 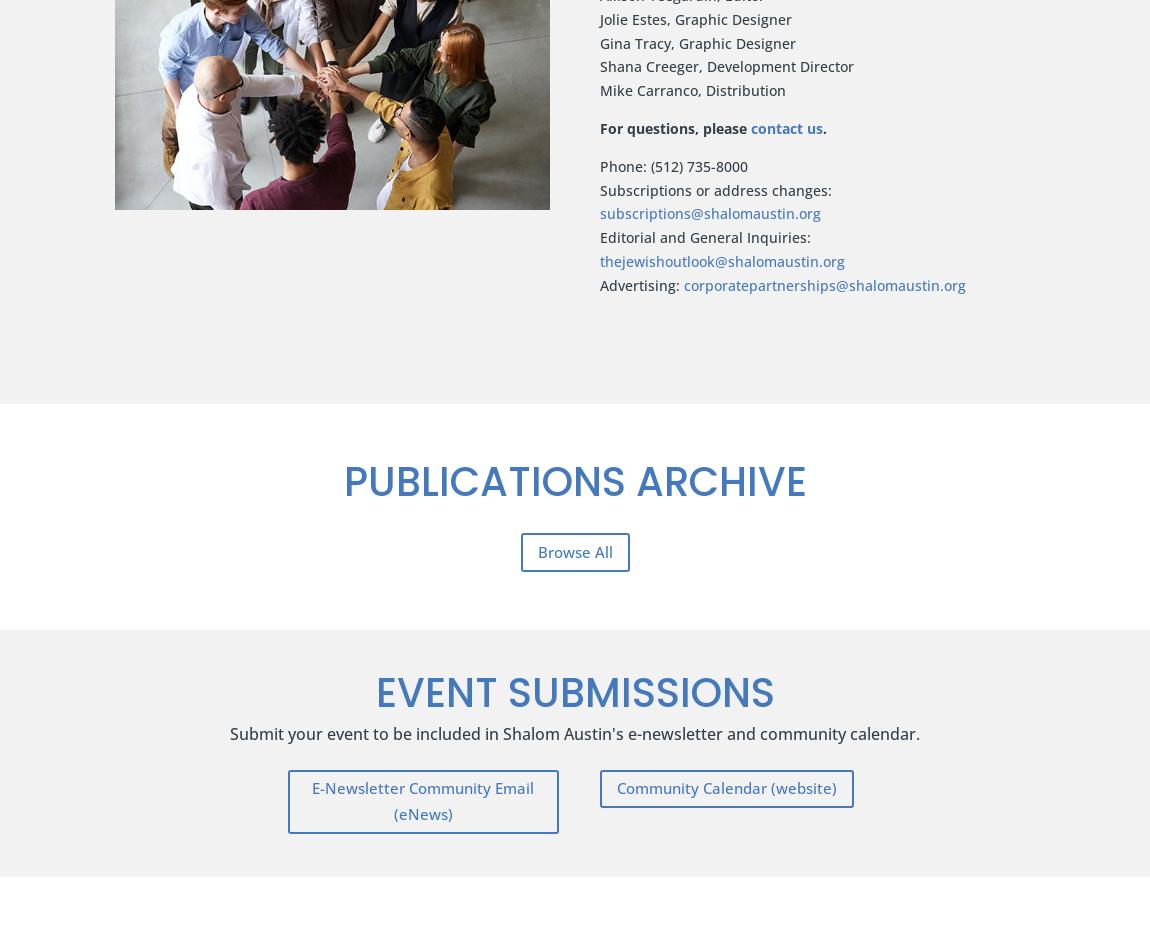 What do you see at coordinates (694, 18) in the screenshot?
I see `'Jolie Estes, Graphic Designer'` at bounding box center [694, 18].